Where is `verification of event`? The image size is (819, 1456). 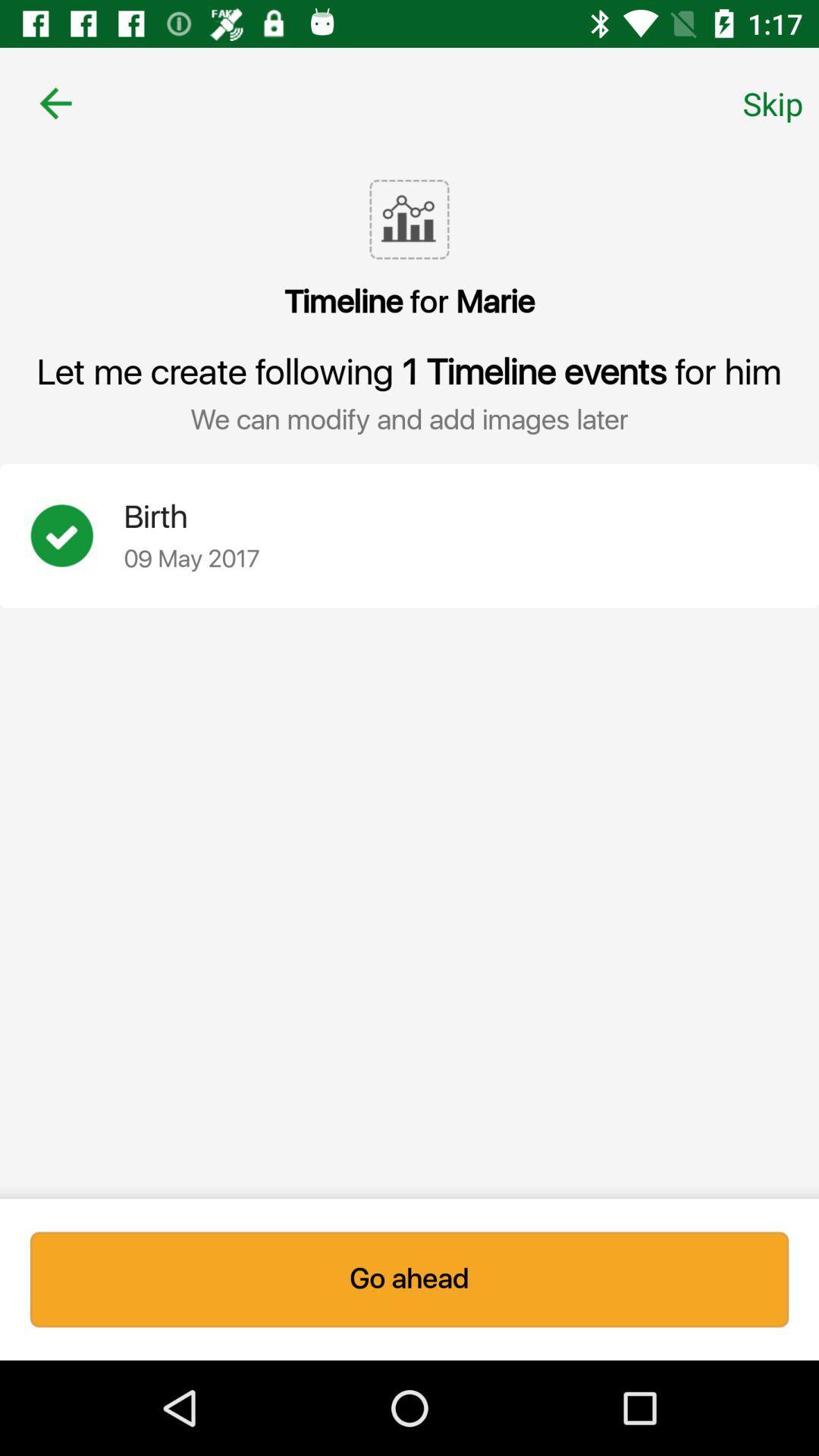 verification of event is located at coordinates (77, 535).